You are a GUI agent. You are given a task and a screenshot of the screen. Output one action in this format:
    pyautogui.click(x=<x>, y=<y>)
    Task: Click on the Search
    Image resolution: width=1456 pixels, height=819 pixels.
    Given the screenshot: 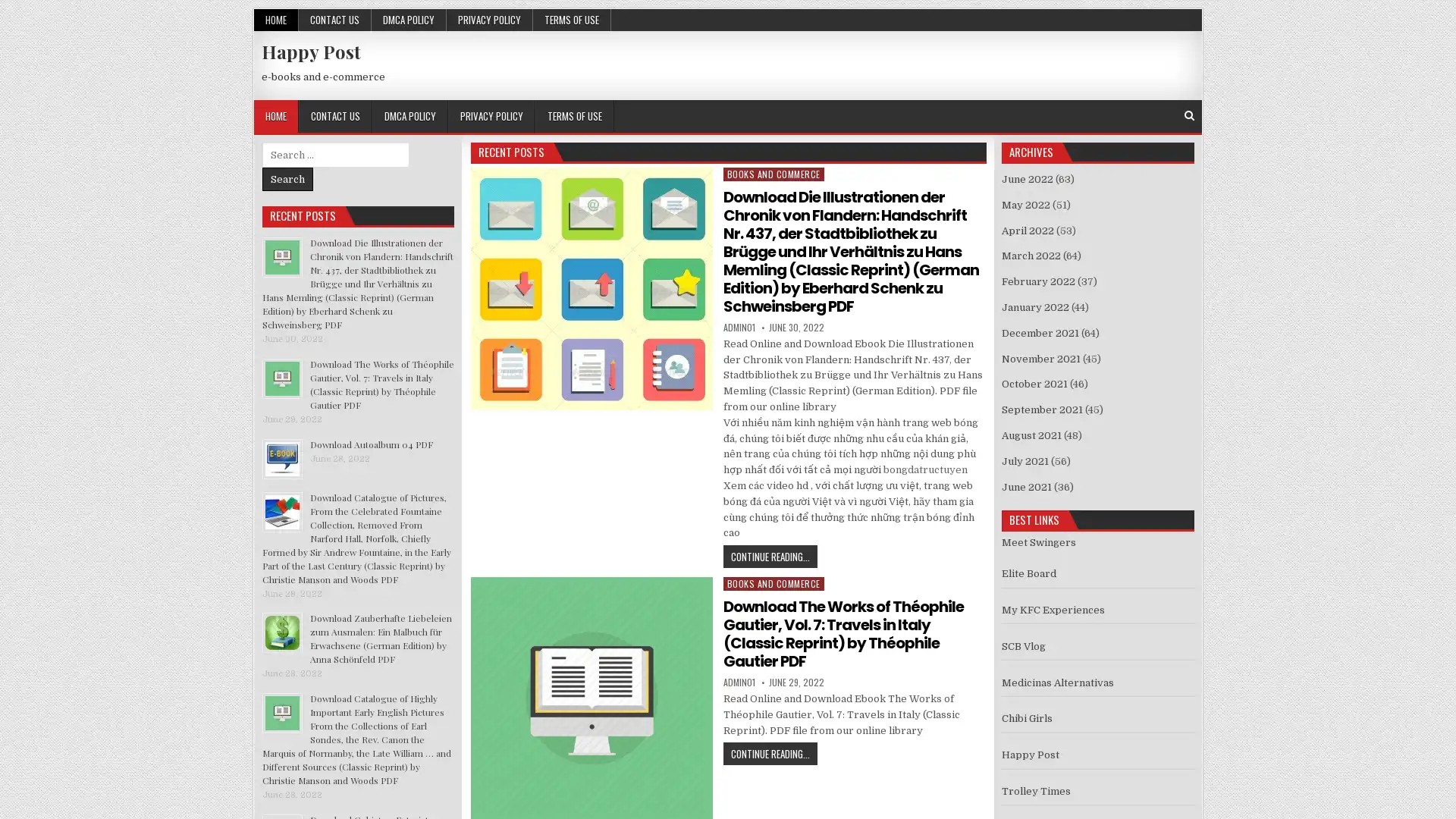 What is the action you would take?
    pyautogui.click(x=287, y=178)
    